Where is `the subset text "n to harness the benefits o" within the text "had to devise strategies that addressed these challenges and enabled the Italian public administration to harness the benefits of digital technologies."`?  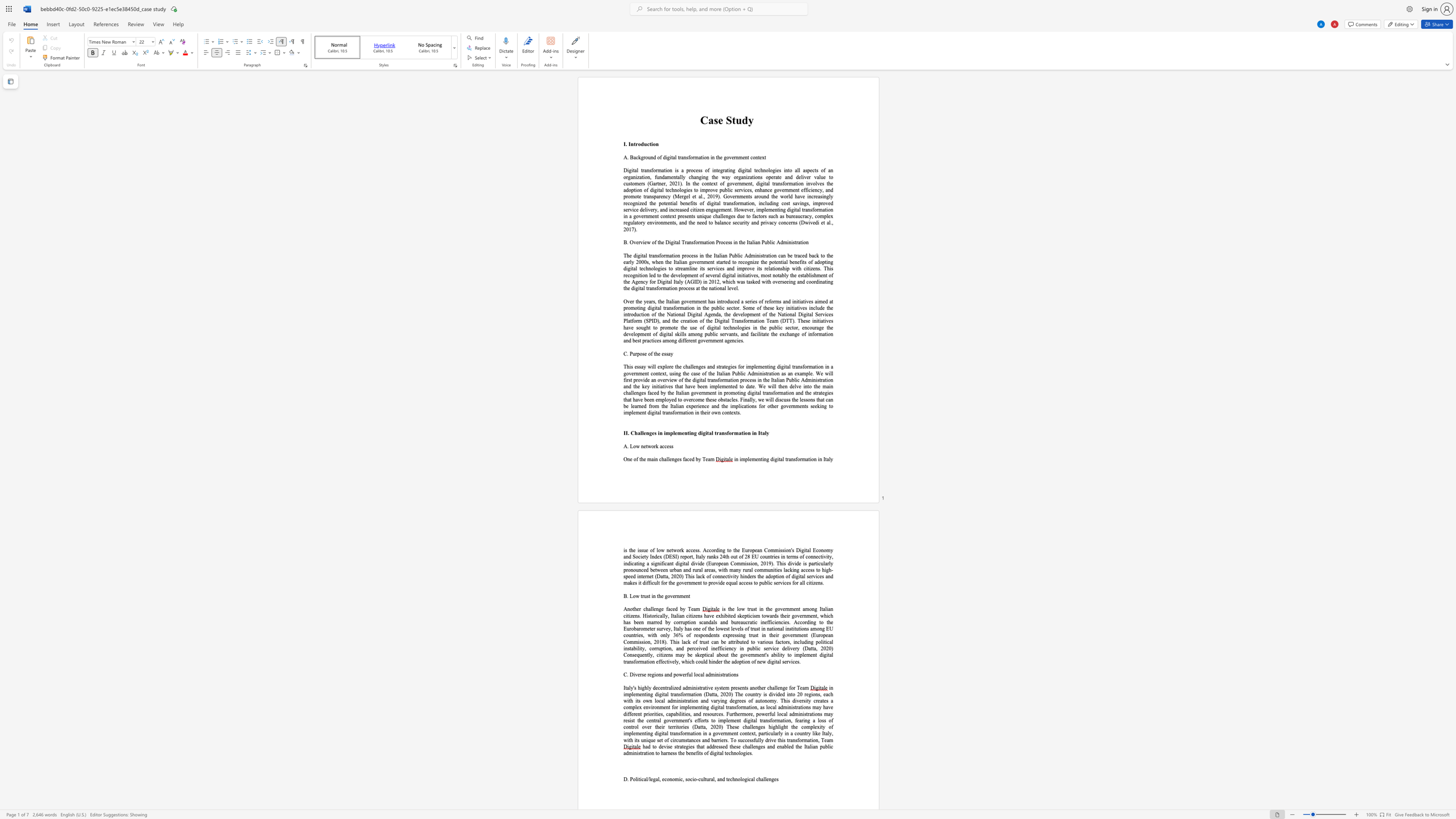 the subset text "n to harness the benefits o" within the text "had to devise strategies that addressed these challenges and enabled the Italian public administration to harness the benefits of digital technologies." is located at coordinates (651, 753).